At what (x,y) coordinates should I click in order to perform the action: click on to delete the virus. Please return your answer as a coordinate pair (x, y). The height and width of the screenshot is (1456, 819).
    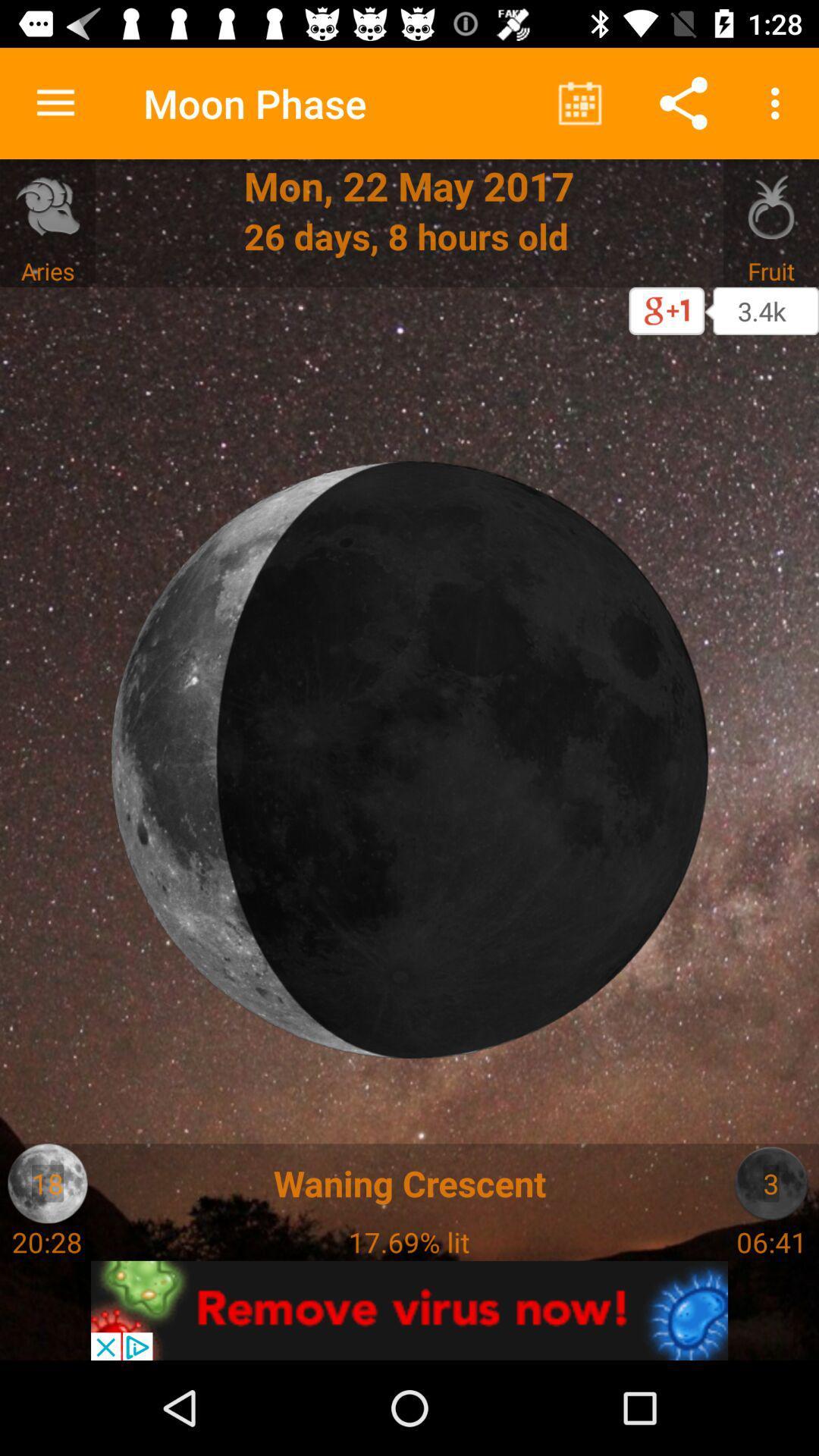
    Looking at the image, I should click on (409, 1310).